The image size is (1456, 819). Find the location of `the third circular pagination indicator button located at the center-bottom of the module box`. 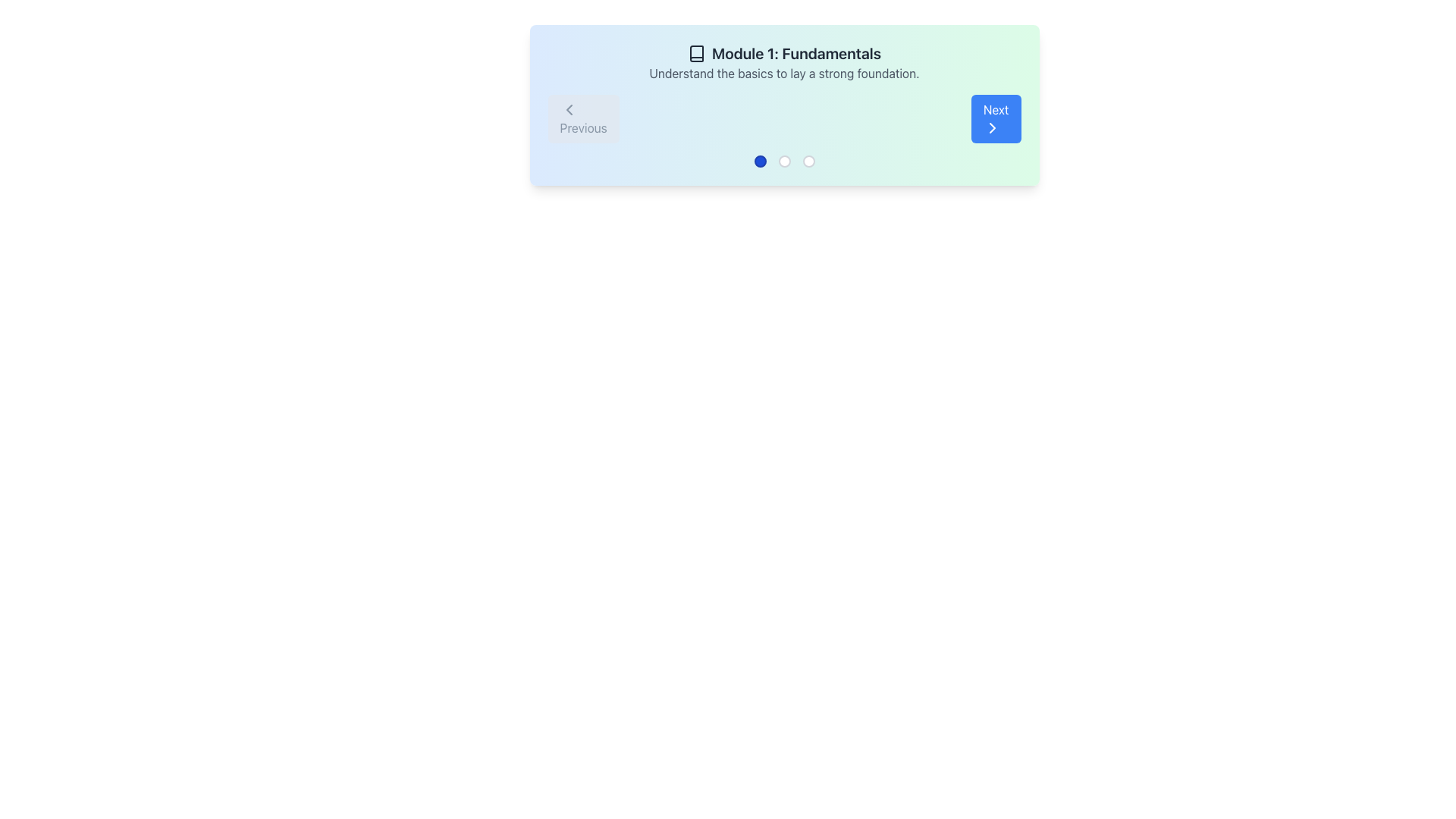

the third circular pagination indicator button located at the center-bottom of the module box is located at coordinates (808, 161).